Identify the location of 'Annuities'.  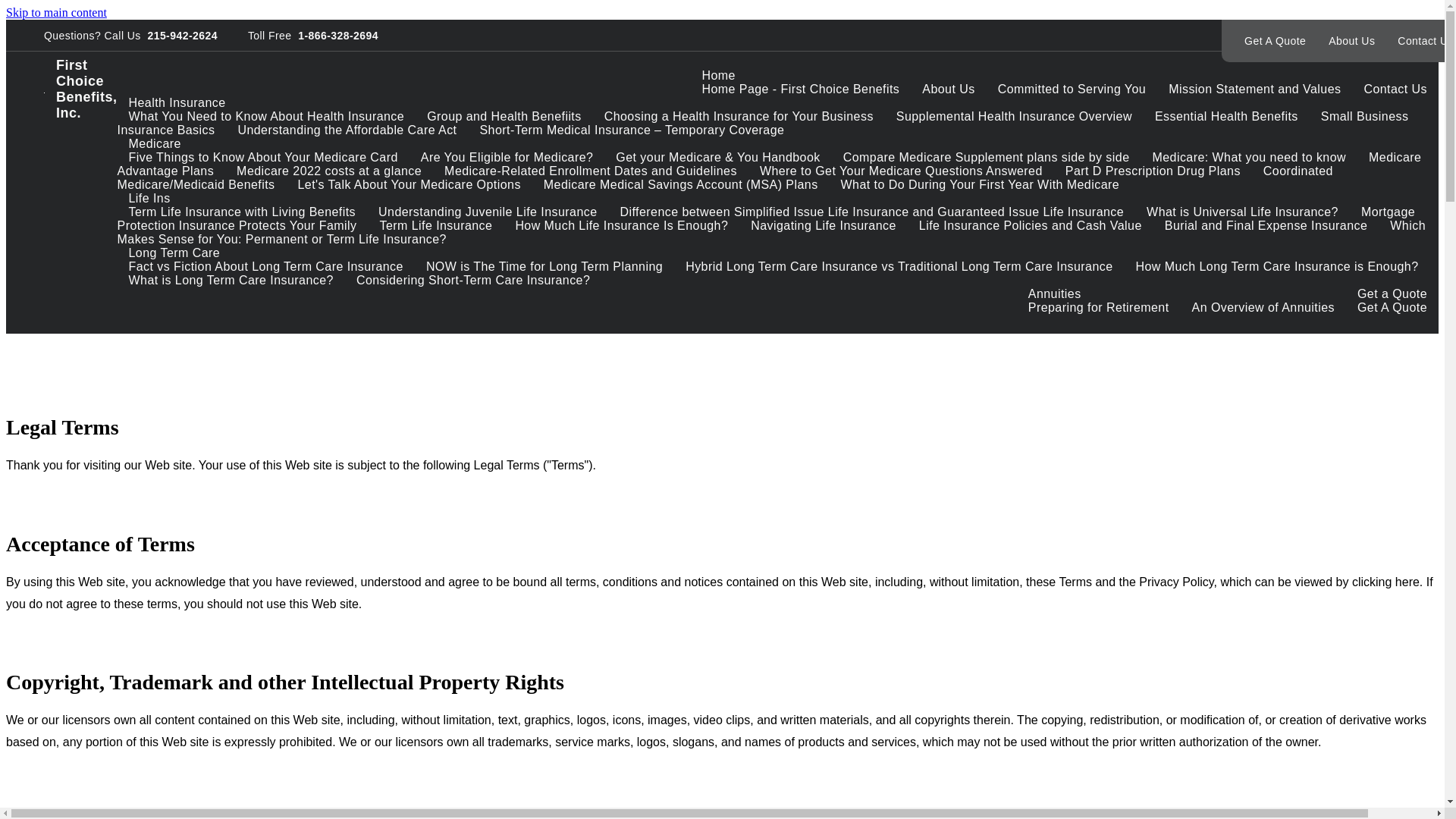
(1054, 293).